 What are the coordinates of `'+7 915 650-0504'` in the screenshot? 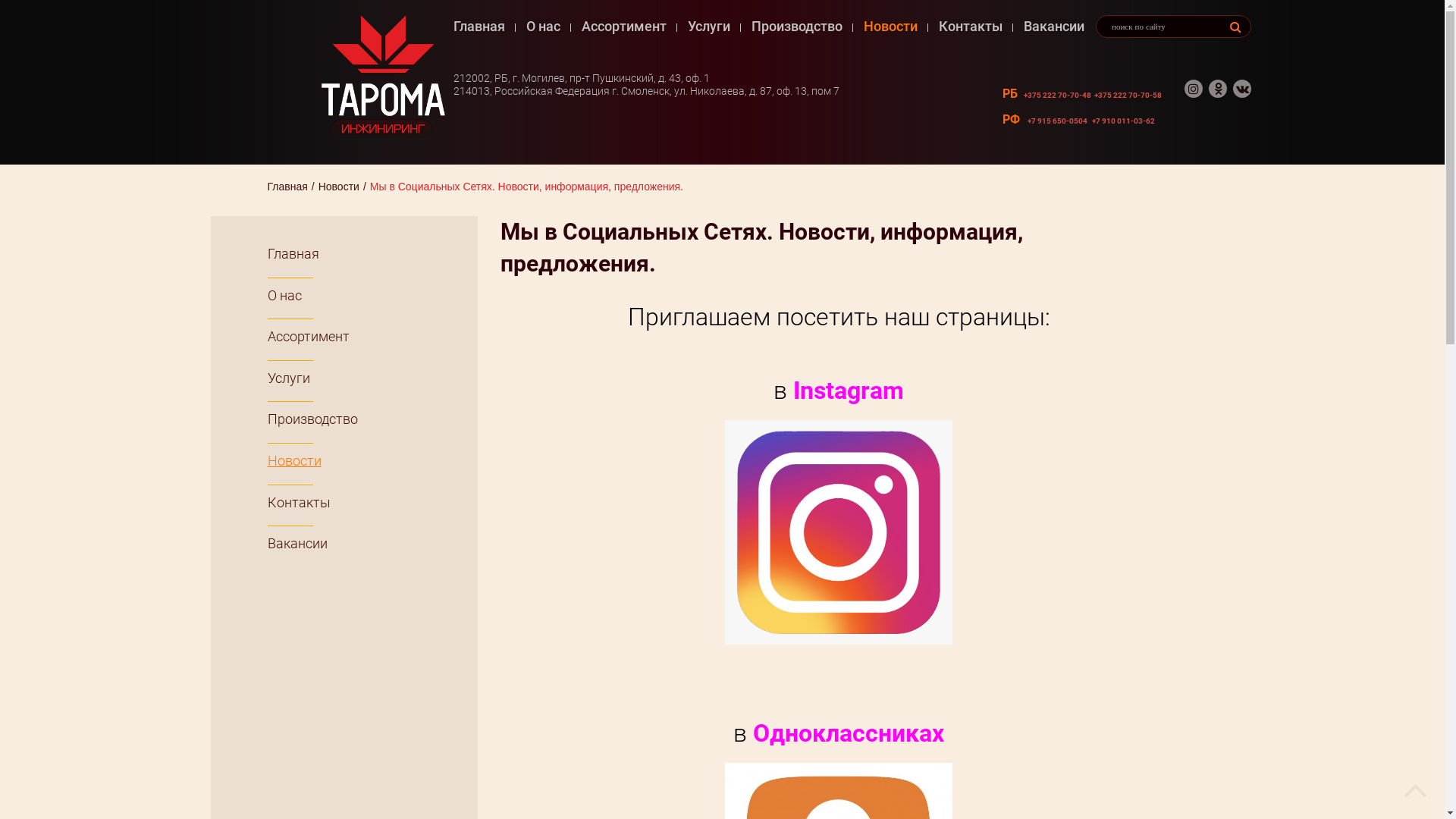 It's located at (1056, 120).